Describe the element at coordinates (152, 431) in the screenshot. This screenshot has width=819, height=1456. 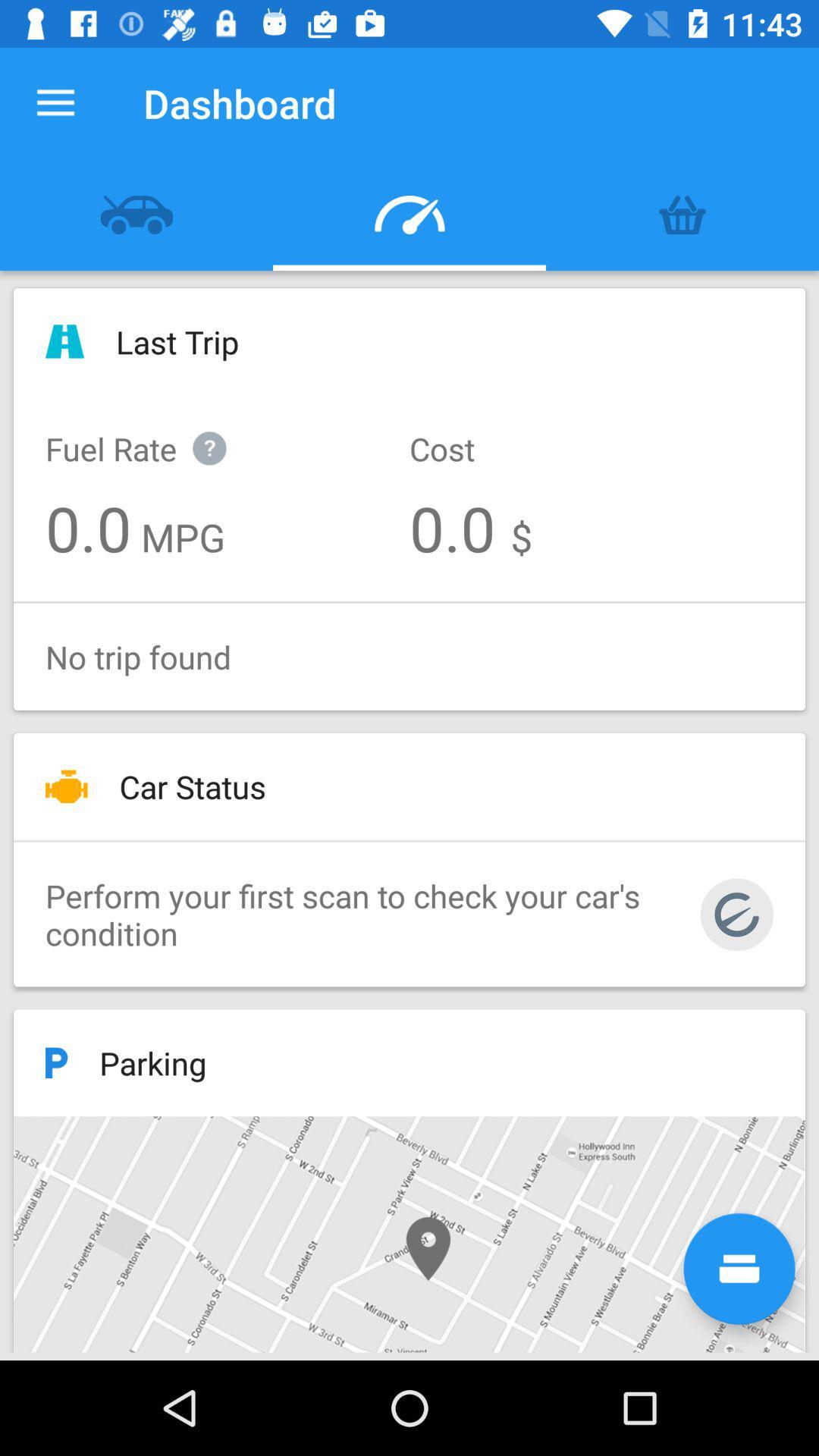
I see `icon next to cost item` at that location.